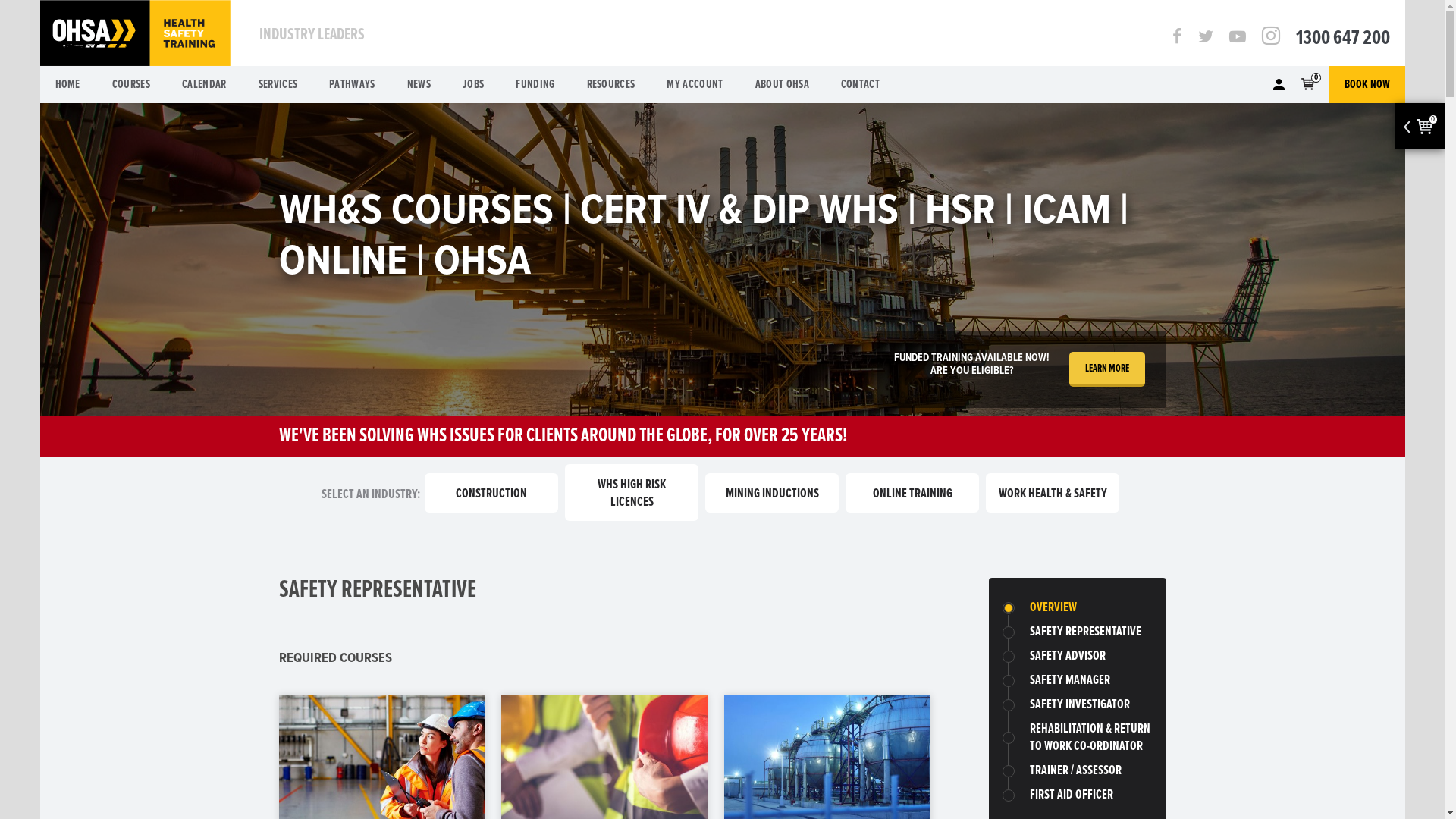  Describe the element at coordinates (1075, 770) in the screenshot. I see `'TRAINER / ASSESSOR'` at that location.